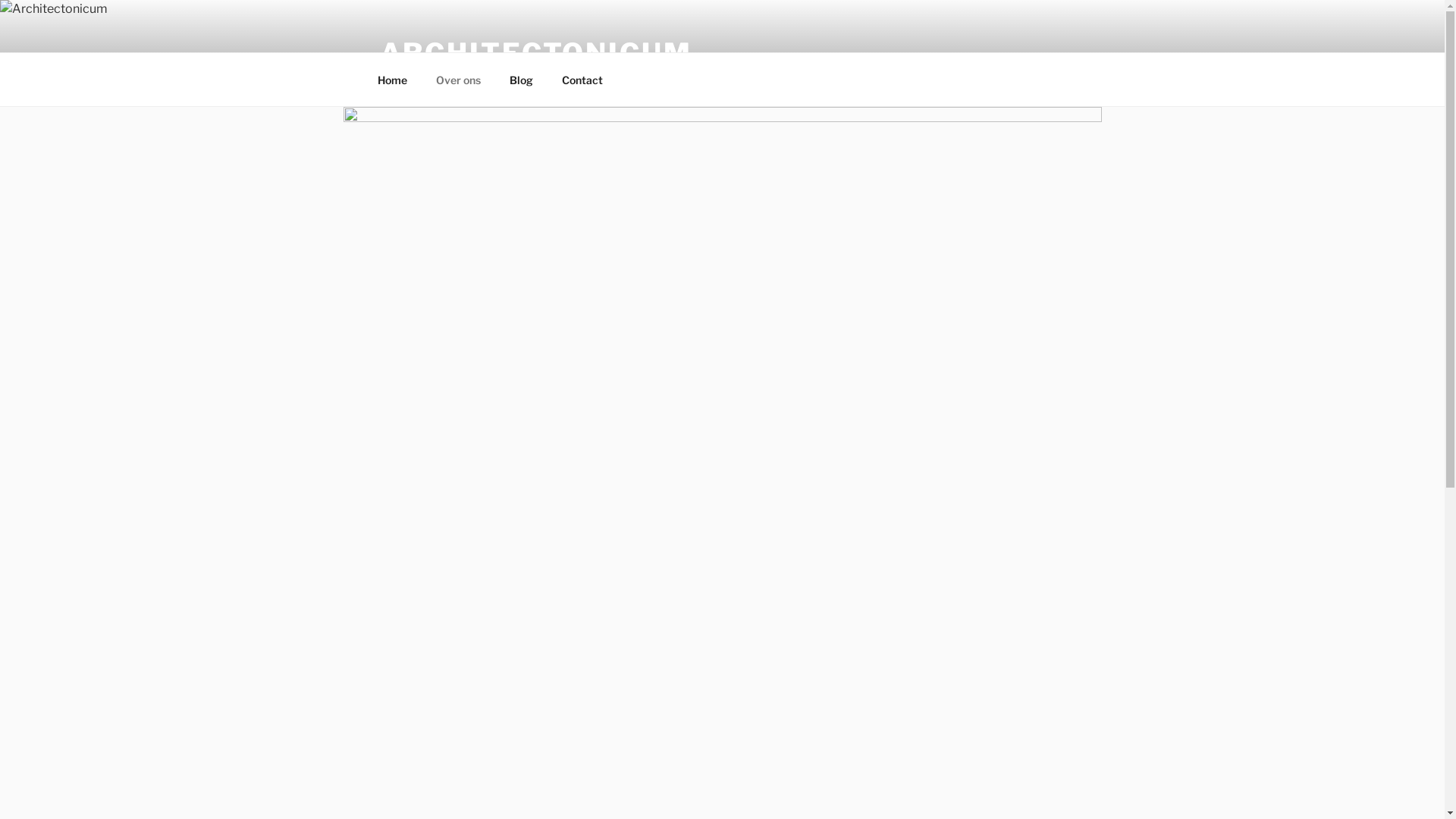 This screenshot has width=1456, height=819. I want to click on 'Blog', so click(520, 79).